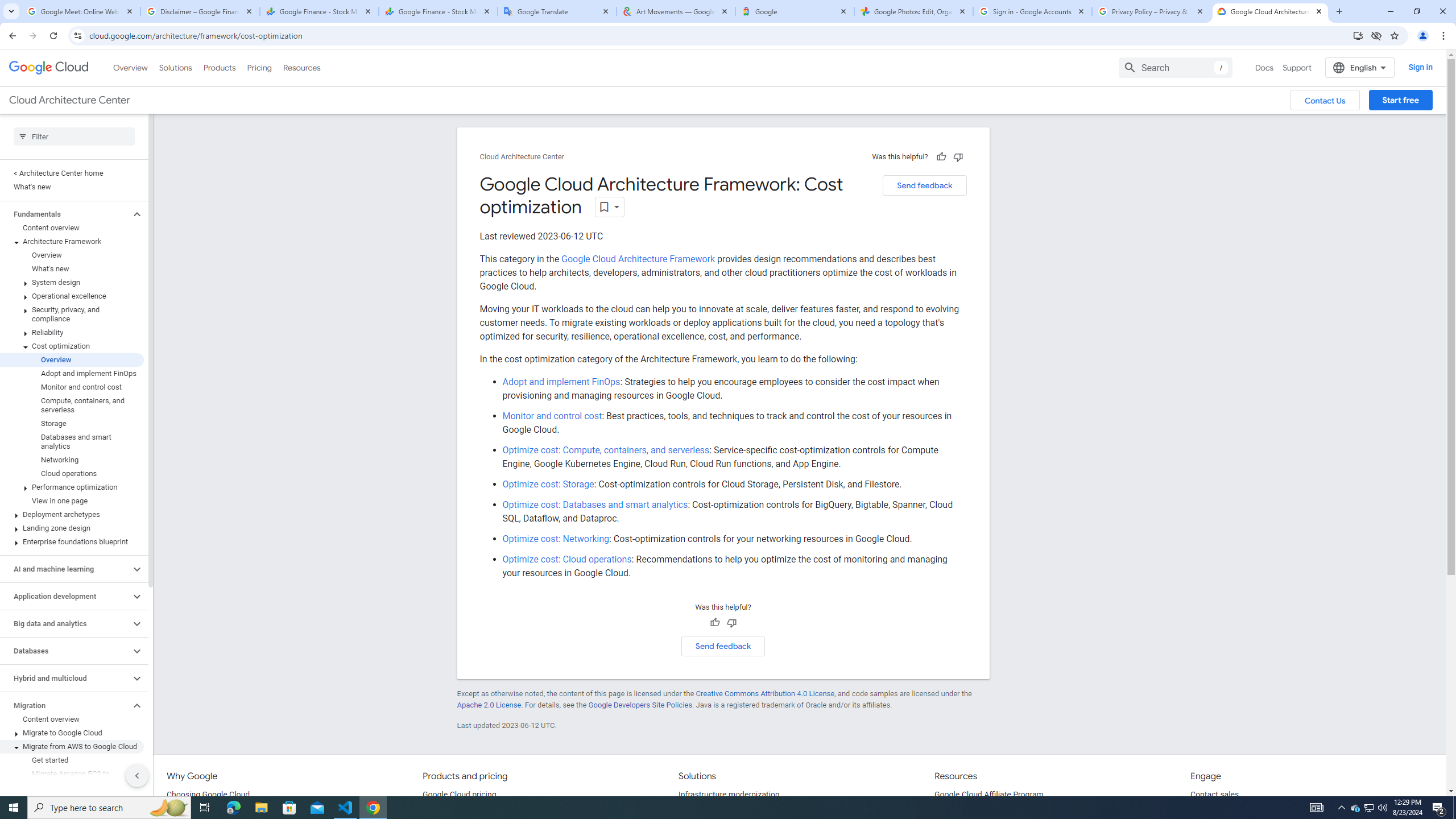  I want to click on 'Adopt and implement FinOps', so click(561, 381).